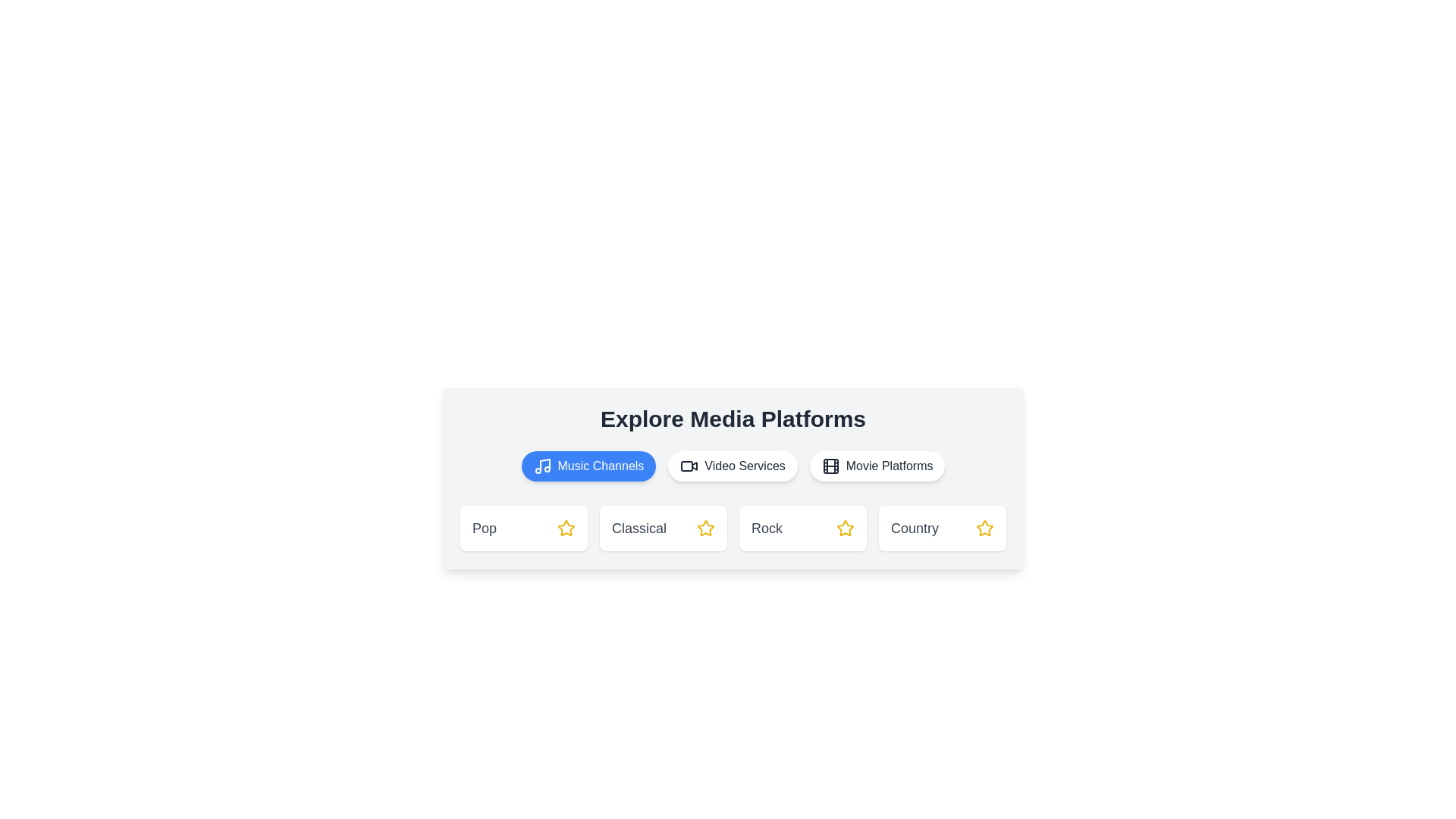 Image resolution: width=1456 pixels, height=819 pixels. Describe the element at coordinates (877, 465) in the screenshot. I see `the 'Movie Platforms' button, which is a rounded rectangle with a white background and a film reel icon on the left` at that location.